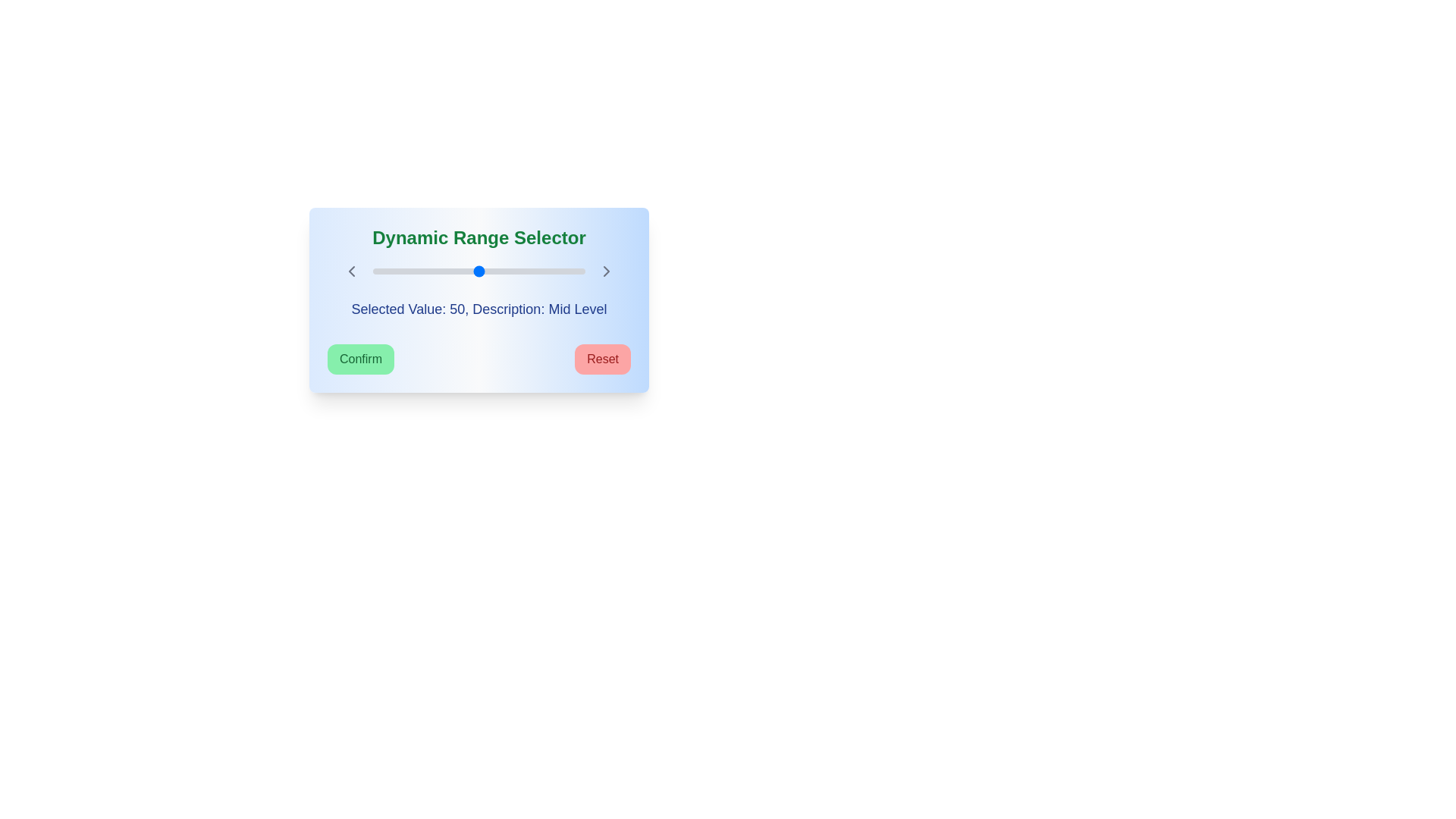  I want to click on the slider, so click(548, 271).